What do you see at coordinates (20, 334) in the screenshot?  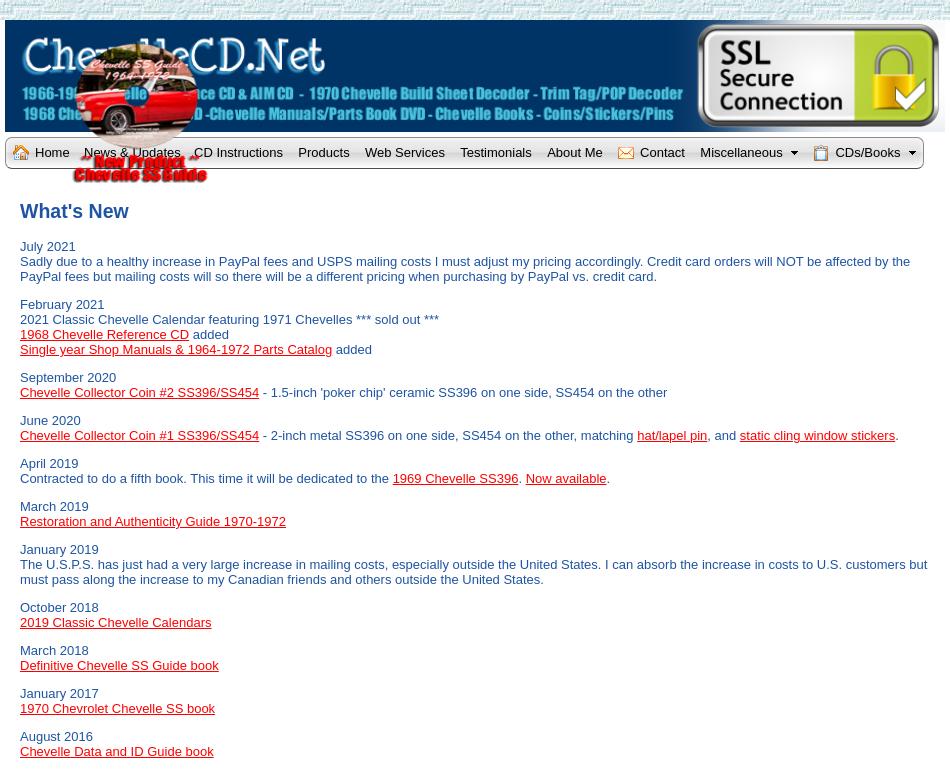 I see `'1968 Chevelle Reference CD'` at bounding box center [20, 334].